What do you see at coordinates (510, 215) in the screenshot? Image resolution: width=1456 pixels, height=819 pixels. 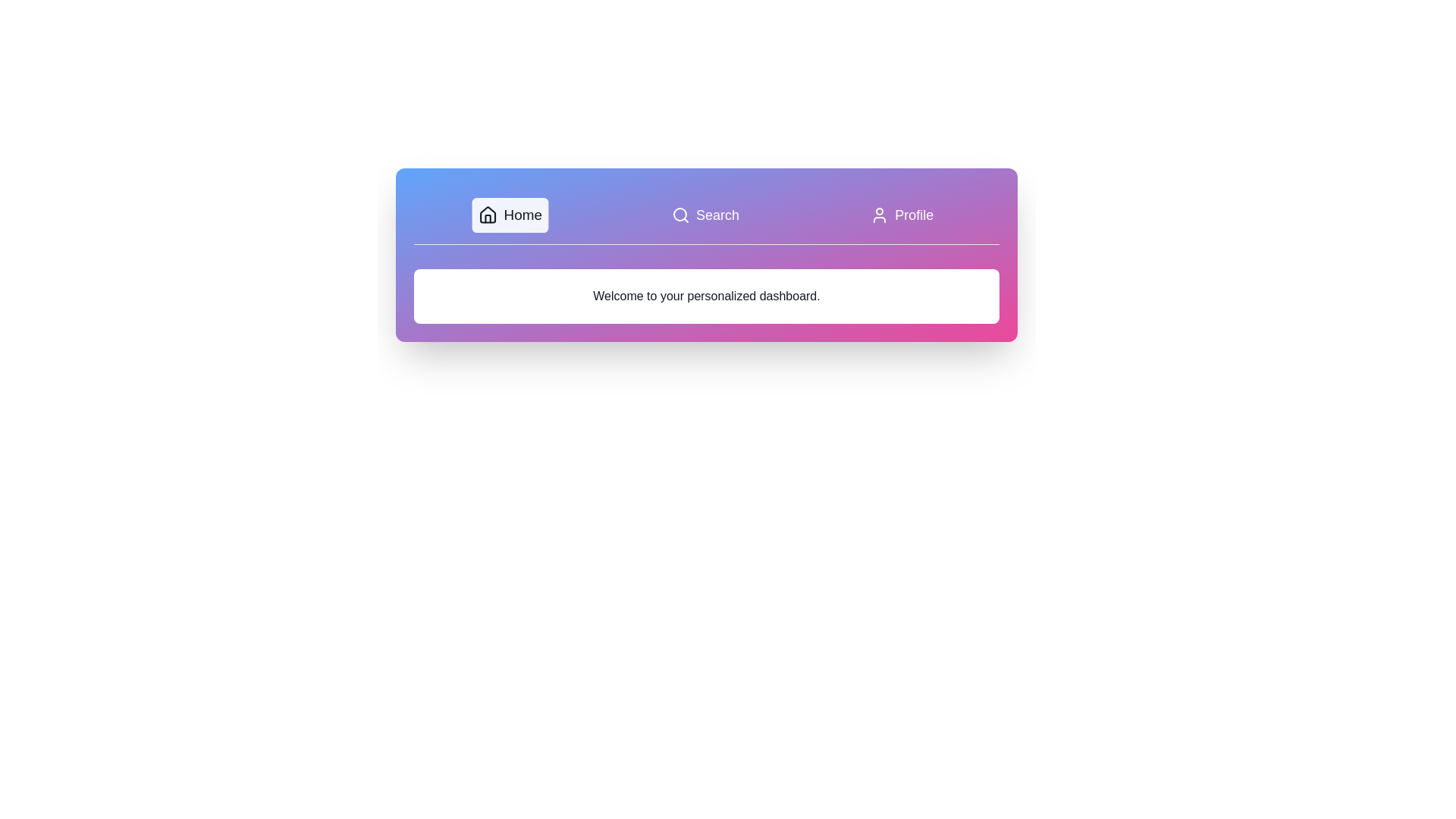 I see `the Home tab to observe the hover effect` at bounding box center [510, 215].